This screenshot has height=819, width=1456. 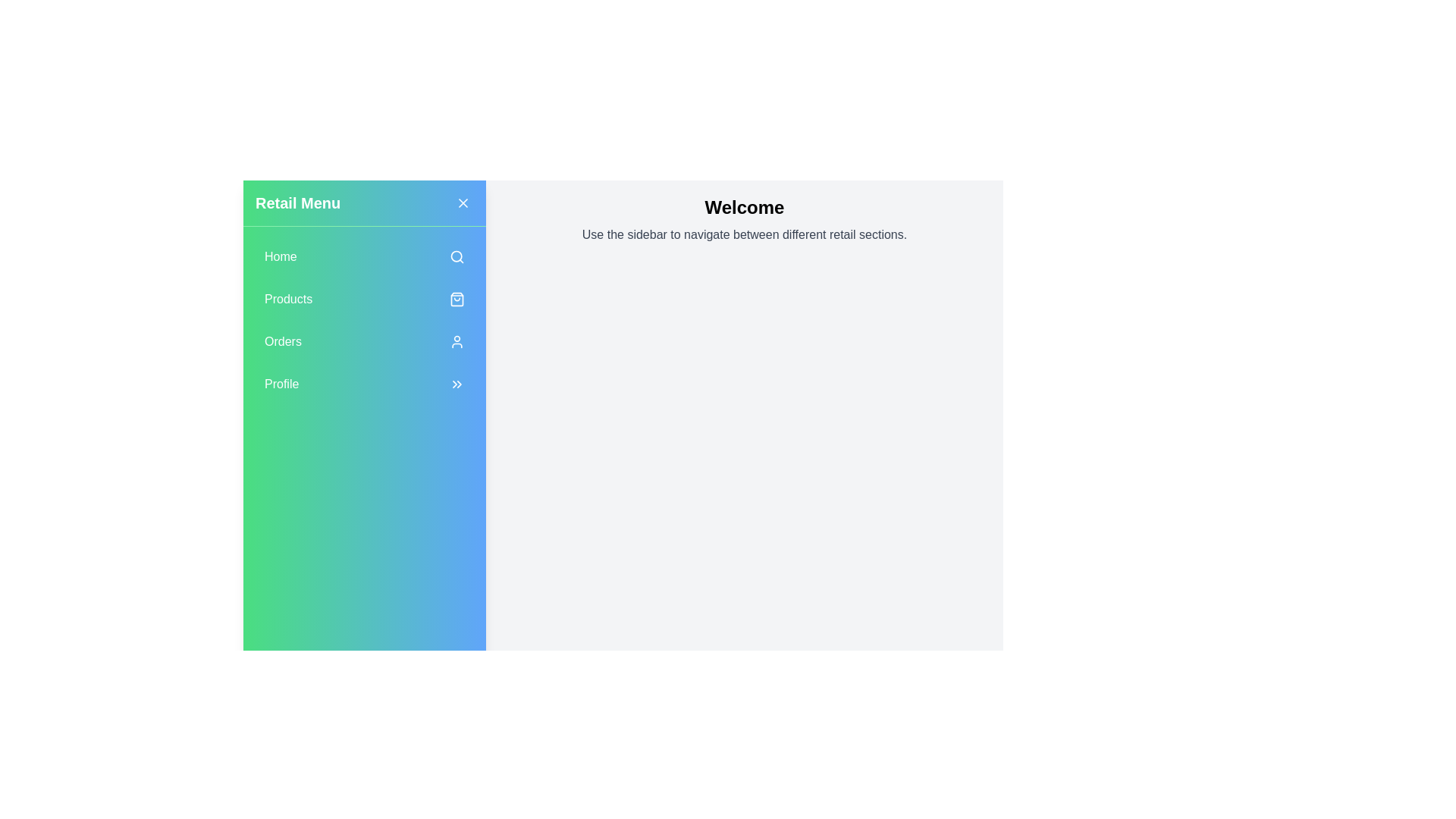 What do you see at coordinates (281, 256) in the screenshot?
I see `the 'Home' navigation option in the sidebar` at bounding box center [281, 256].